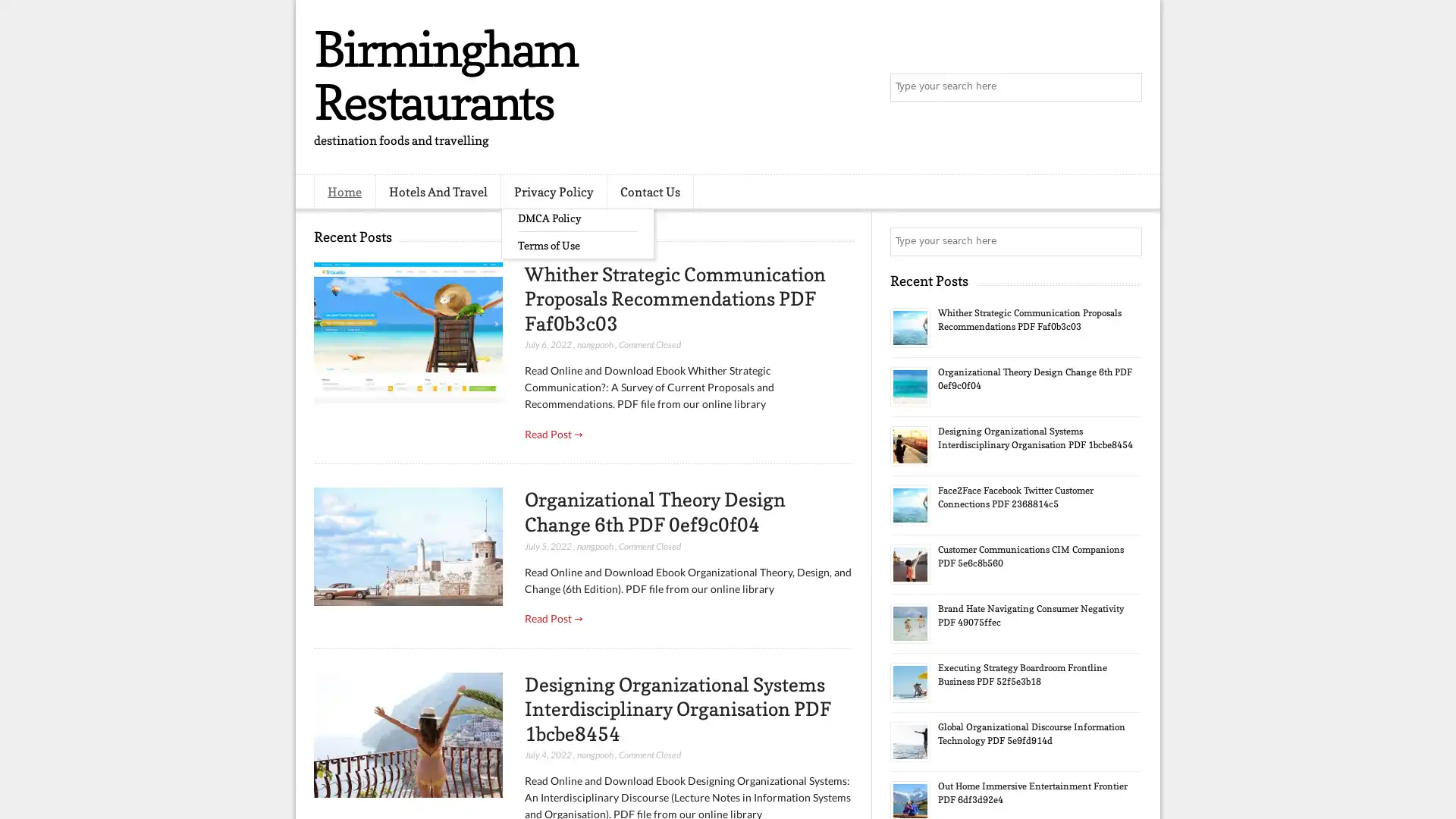 The width and height of the screenshot is (1456, 819). What do you see at coordinates (1126, 241) in the screenshot?
I see `Search` at bounding box center [1126, 241].